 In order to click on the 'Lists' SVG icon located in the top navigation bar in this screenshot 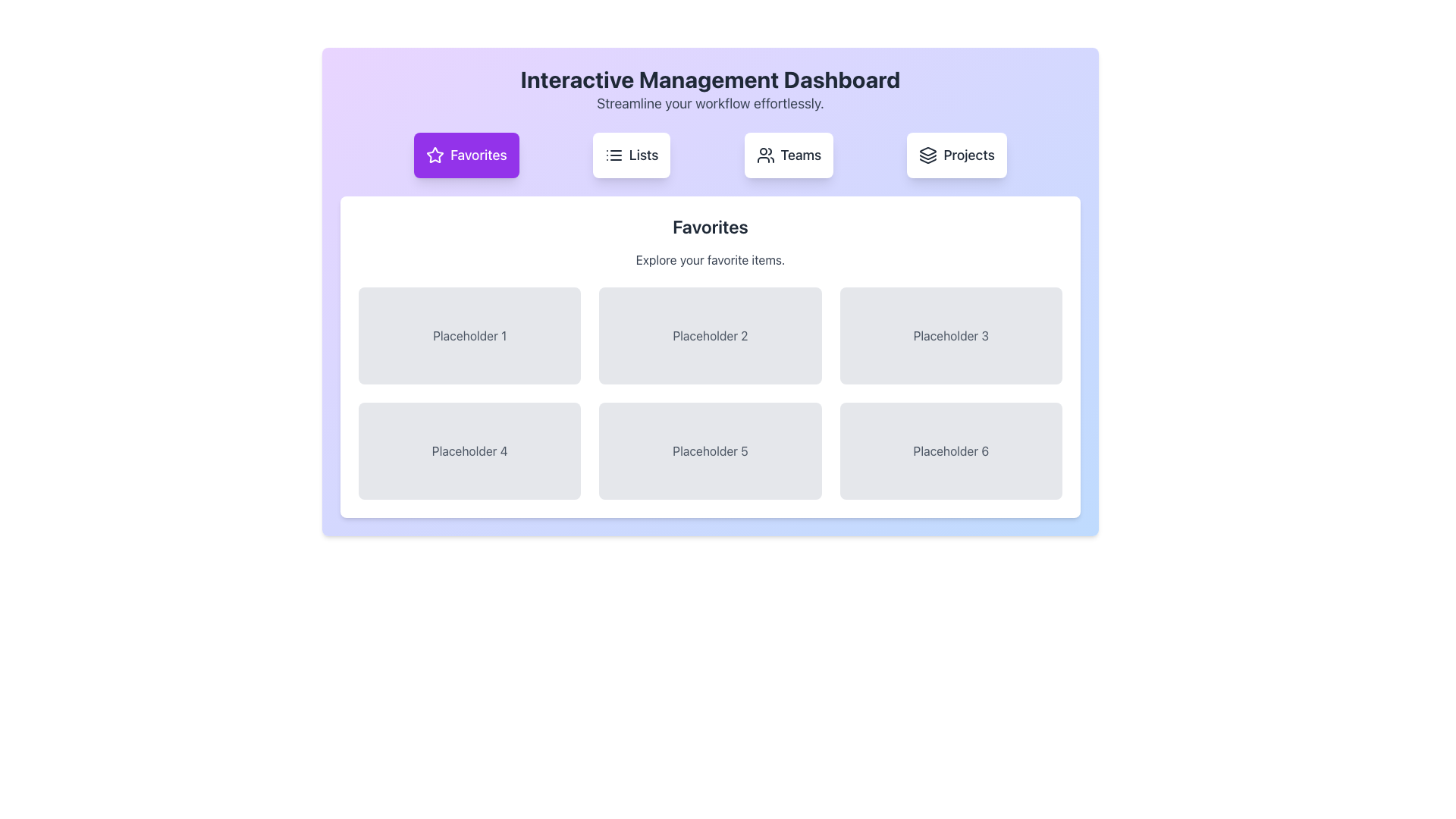, I will do `click(613, 155)`.